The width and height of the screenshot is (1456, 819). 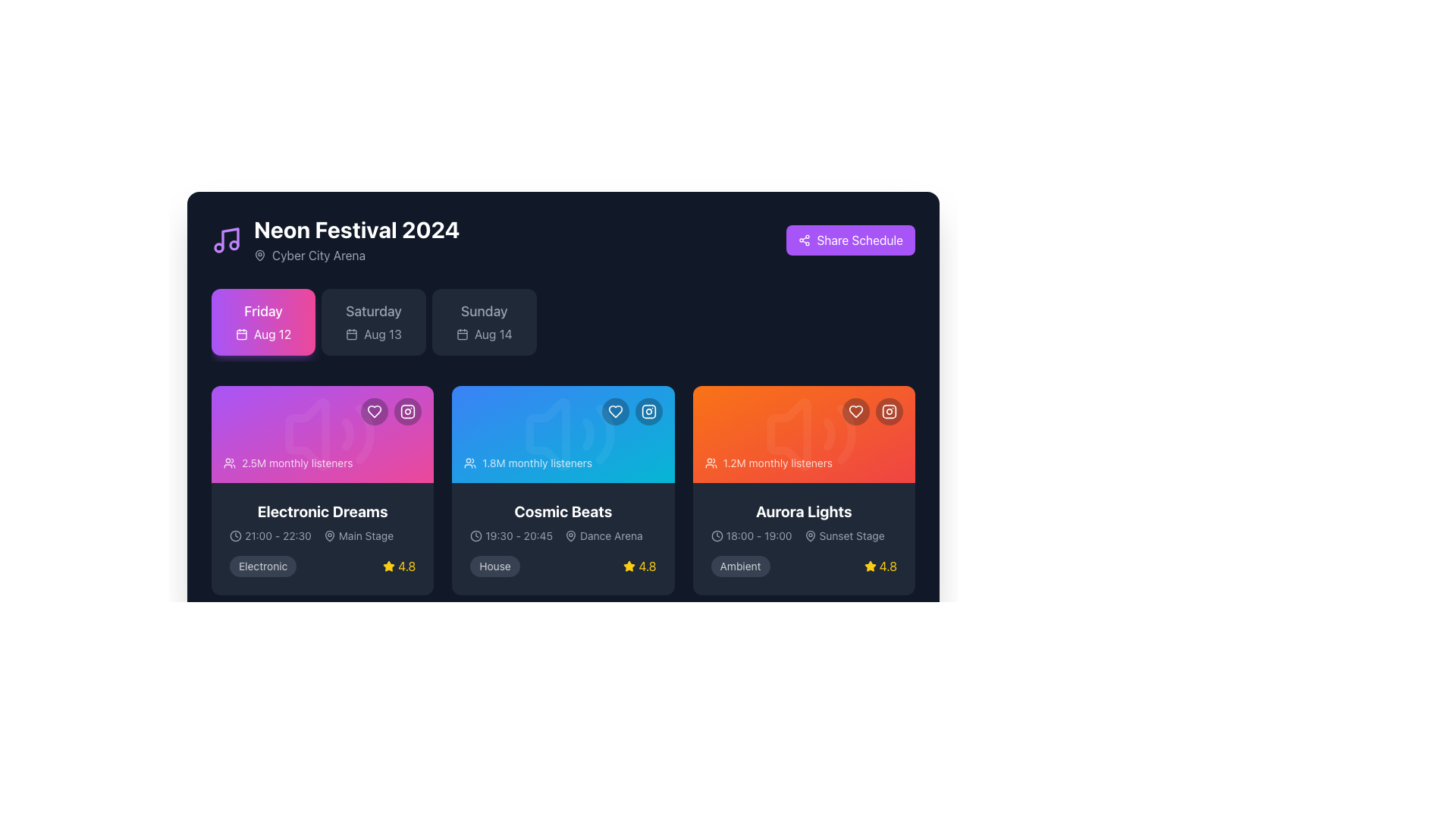 I want to click on the Label with an icon and text that represents the scheduled time for the 'Cosmic Beats' event, located to the left of the text 'Dance Arena', so click(x=511, y=535).